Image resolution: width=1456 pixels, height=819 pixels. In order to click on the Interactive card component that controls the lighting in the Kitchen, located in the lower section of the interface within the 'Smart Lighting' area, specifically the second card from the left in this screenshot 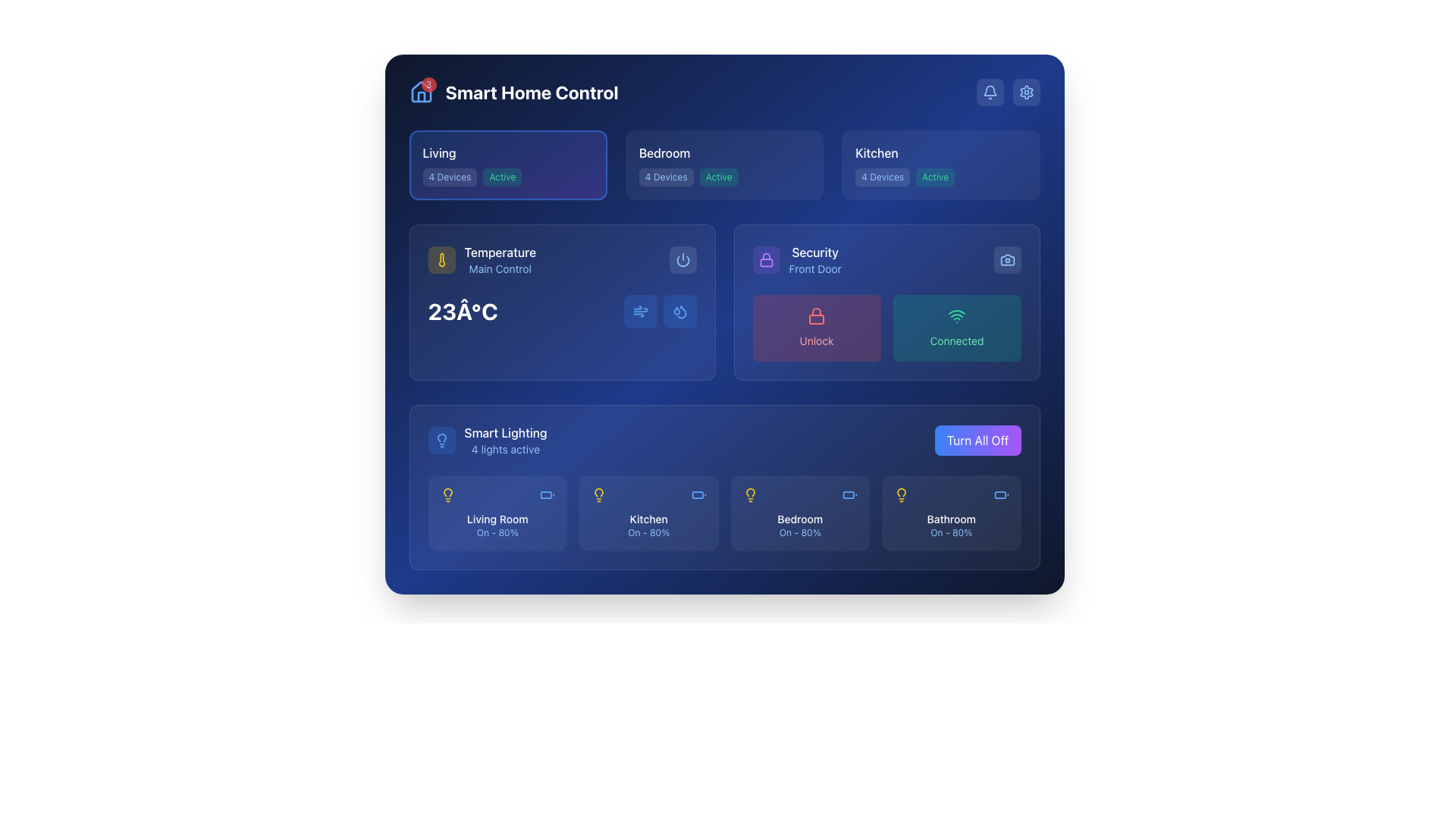, I will do `click(648, 513)`.